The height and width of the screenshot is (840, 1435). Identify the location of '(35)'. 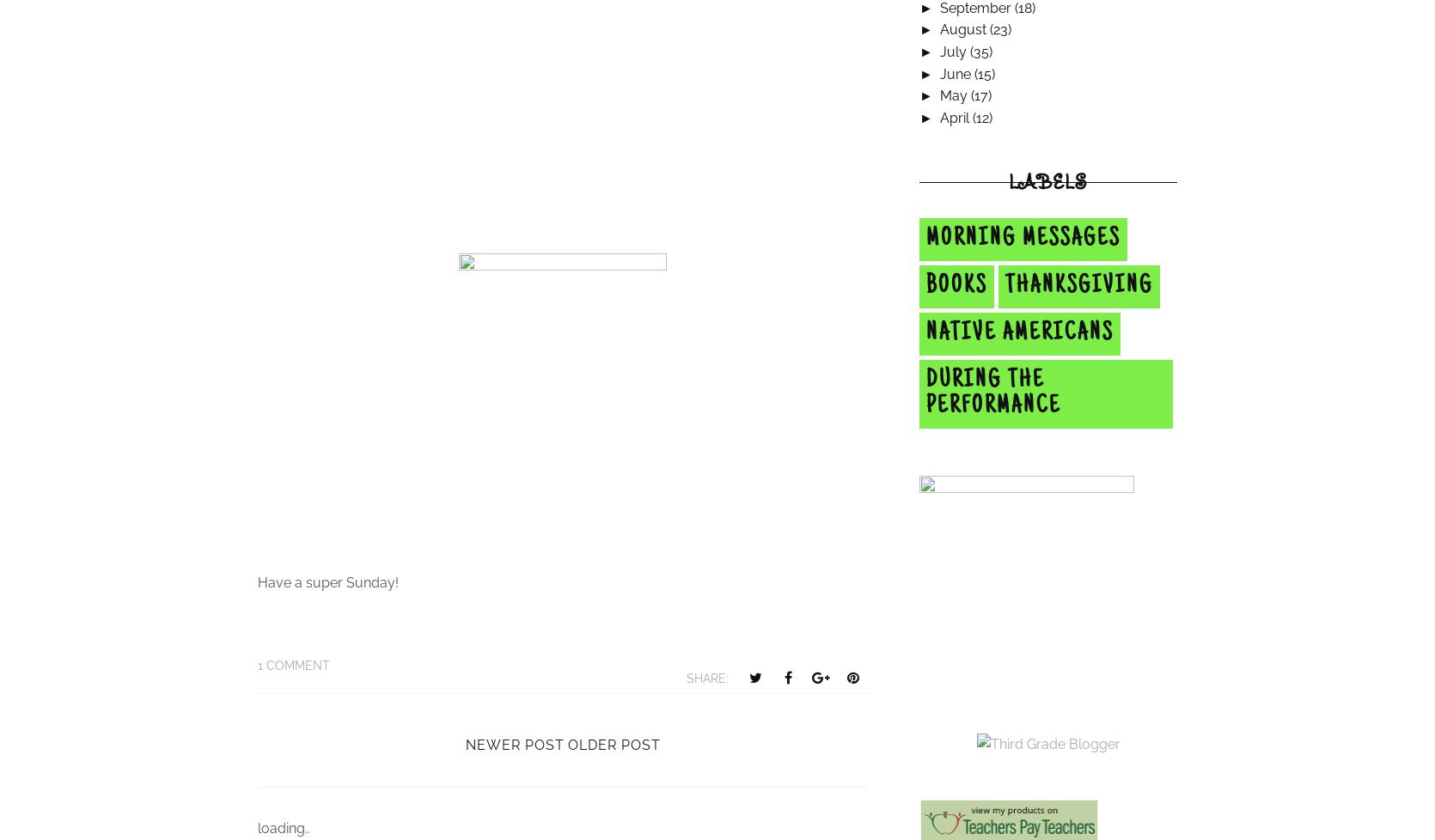
(968, 52).